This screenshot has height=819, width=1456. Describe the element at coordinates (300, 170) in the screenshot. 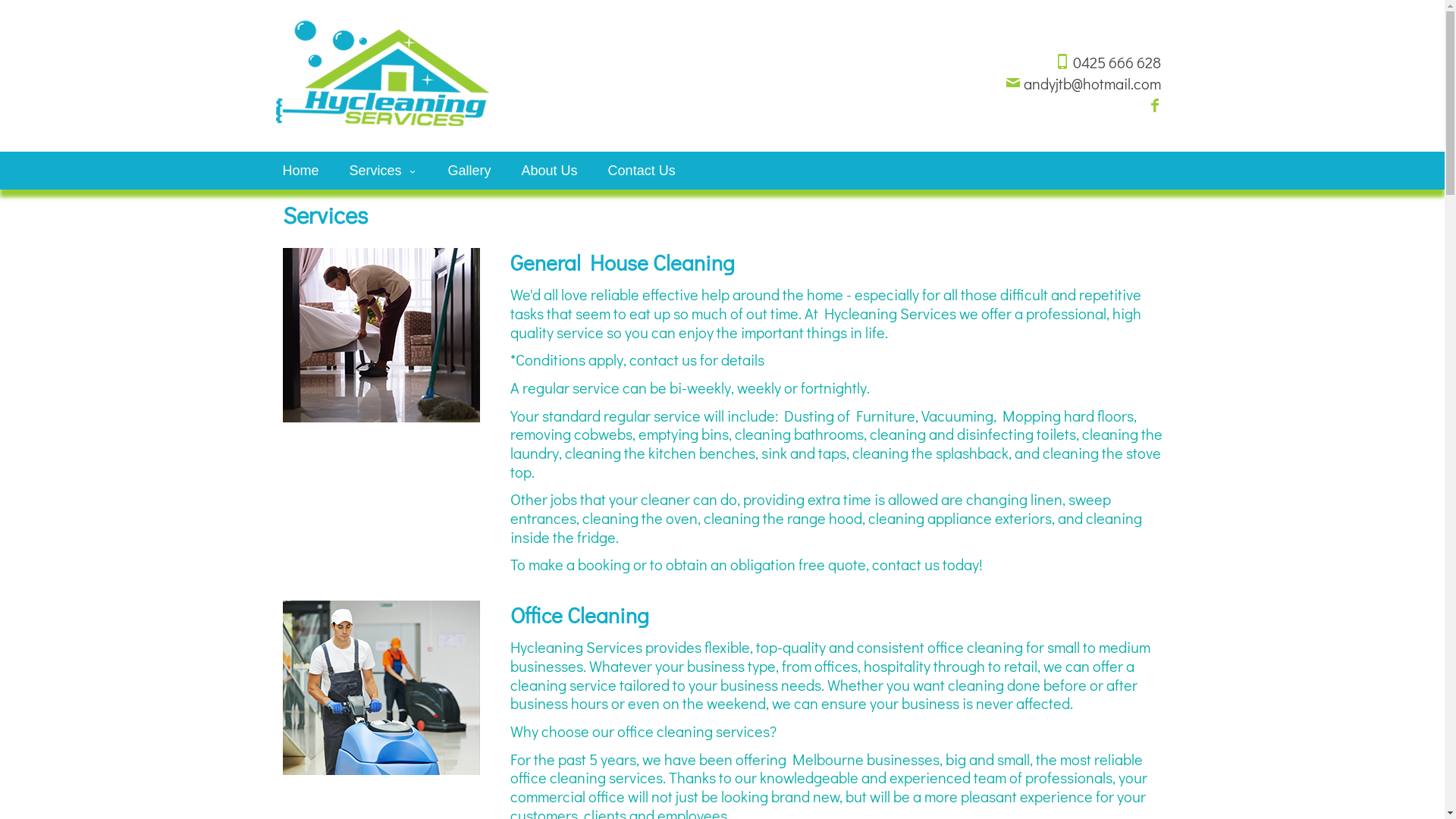

I see `'Home'` at that location.